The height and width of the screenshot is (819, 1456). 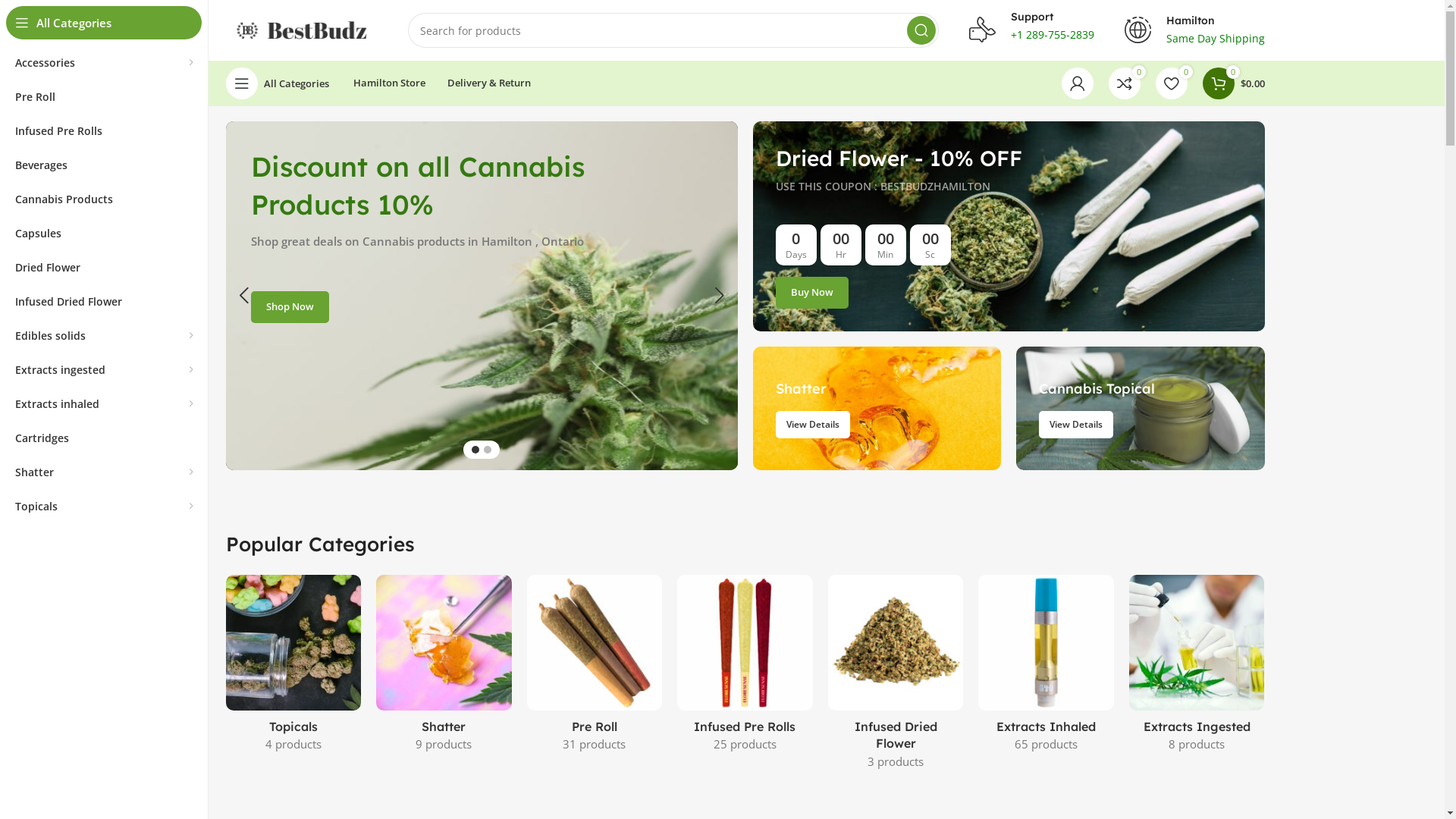 I want to click on '0', so click(x=1171, y=83).